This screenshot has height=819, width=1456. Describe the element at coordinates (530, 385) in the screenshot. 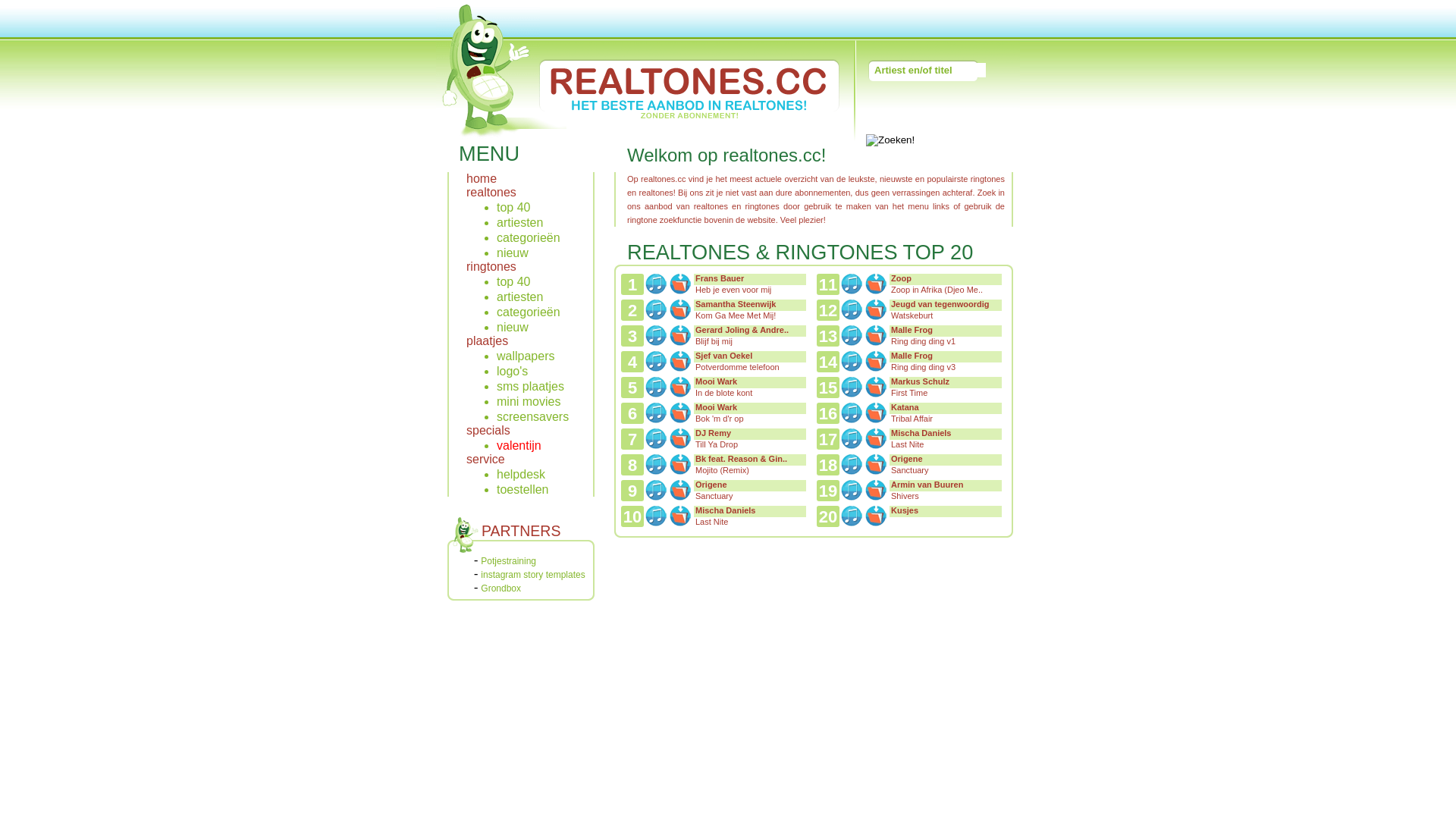

I see `'sms plaatjes'` at that location.